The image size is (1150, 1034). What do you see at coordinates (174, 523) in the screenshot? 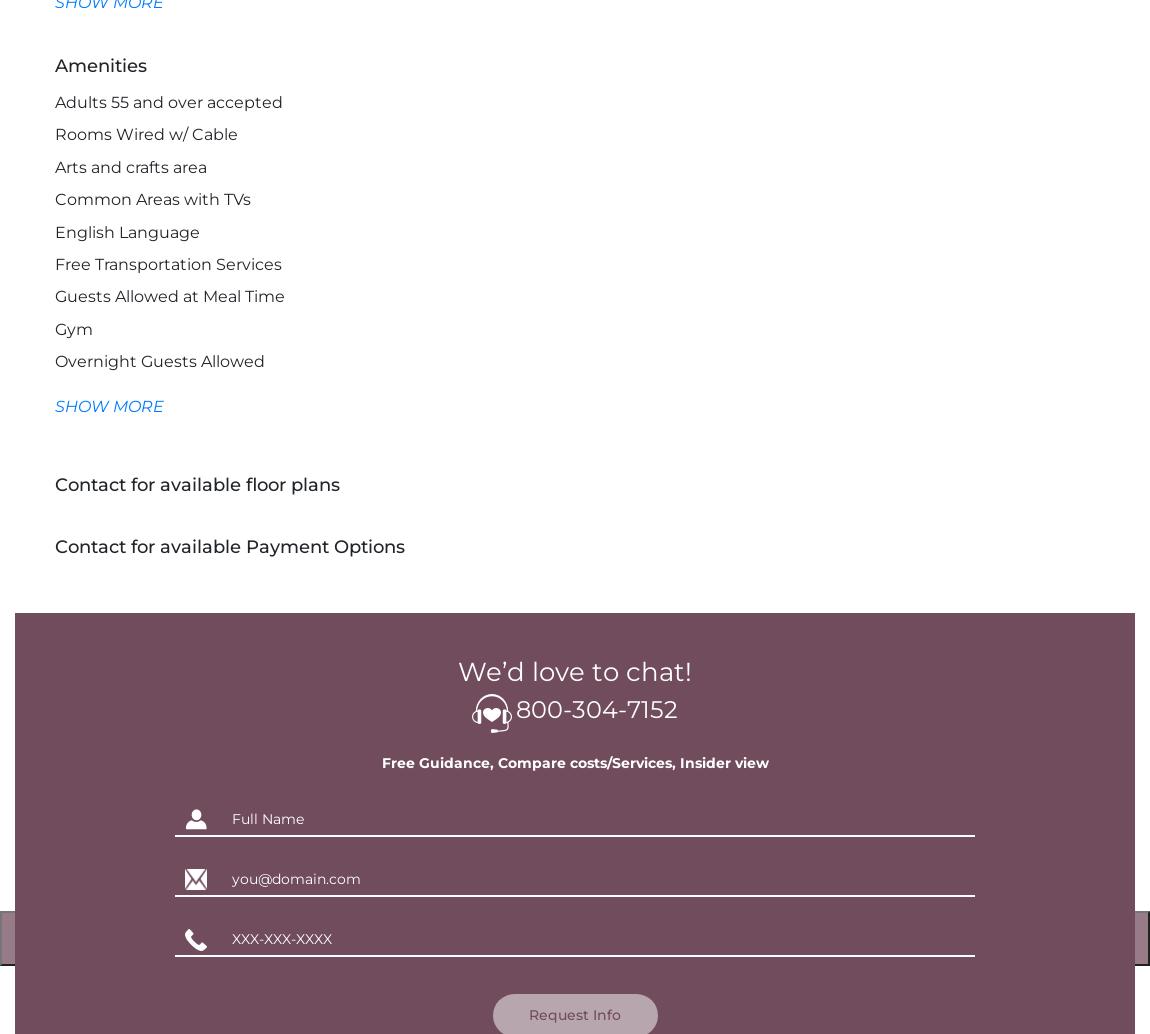
I see `'Kitchenette in resident rooms'` at bounding box center [174, 523].